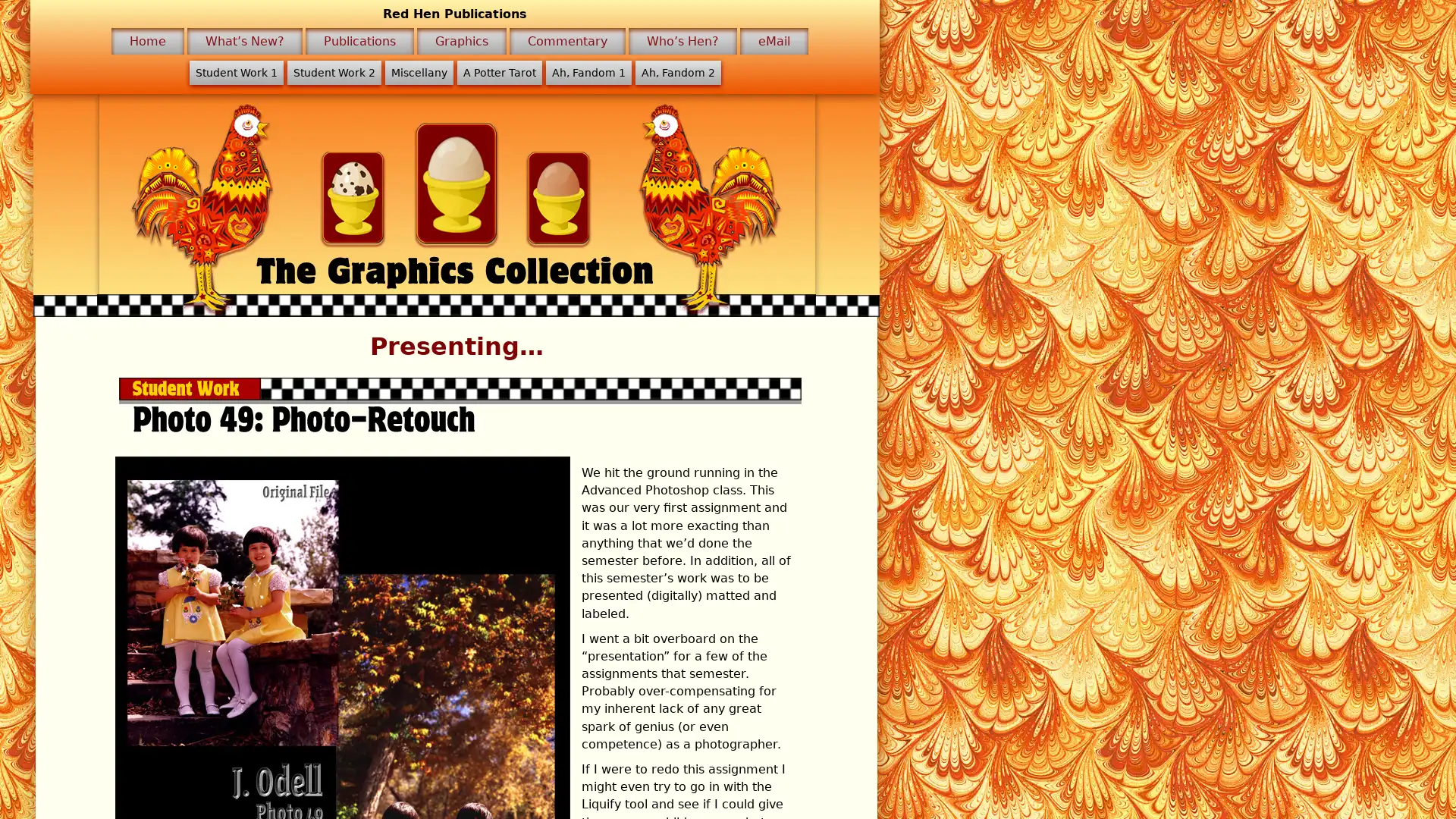  What do you see at coordinates (235, 73) in the screenshot?
I see `Student Work 1` at bounding box center [235, 73].